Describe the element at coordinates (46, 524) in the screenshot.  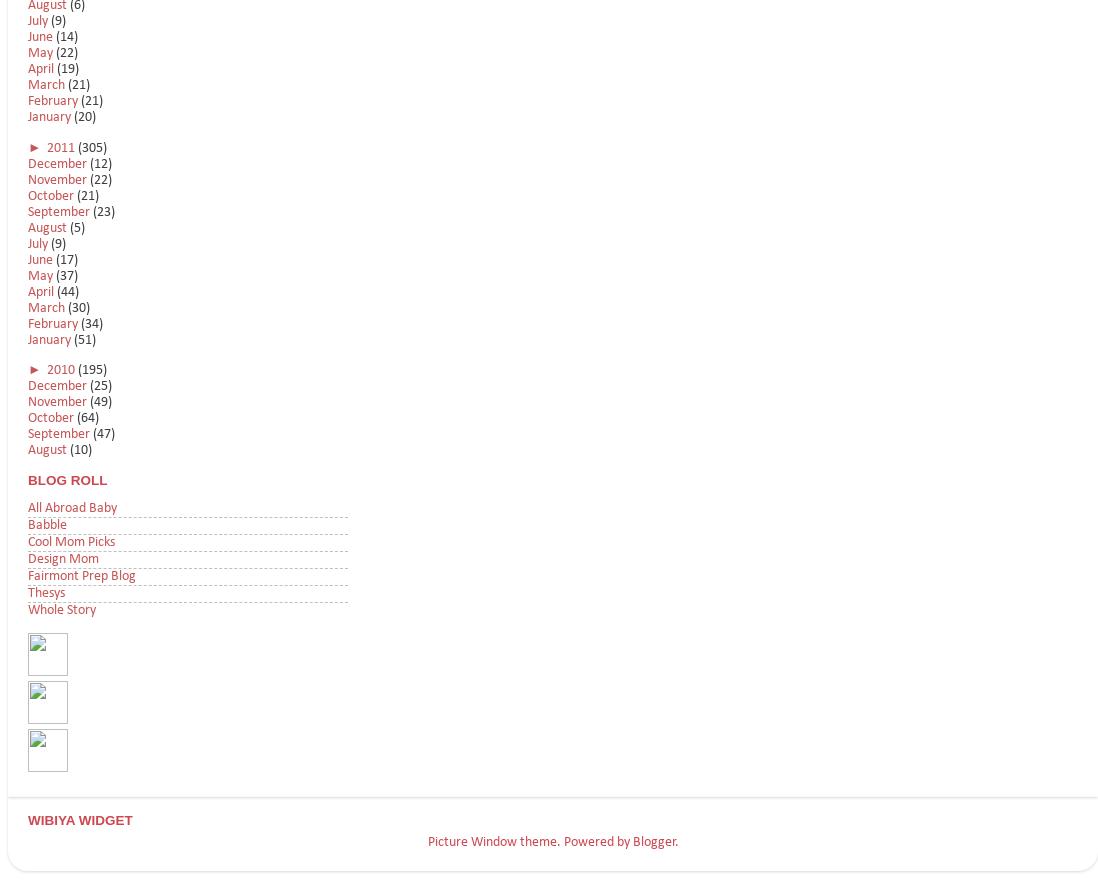
I see `'Babble'` at that location.